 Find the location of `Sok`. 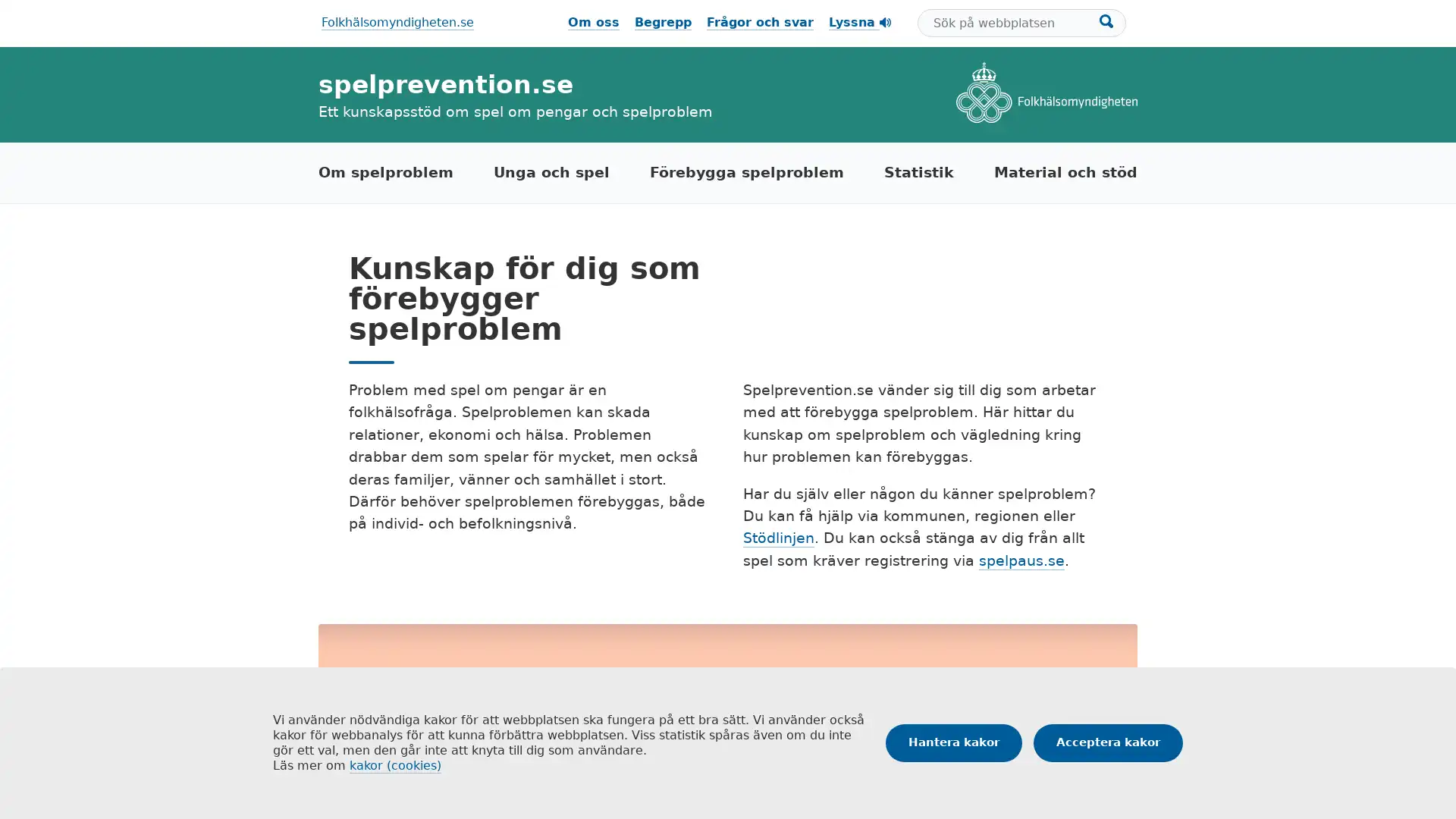

Sok is located at coordinates (1106, 20).